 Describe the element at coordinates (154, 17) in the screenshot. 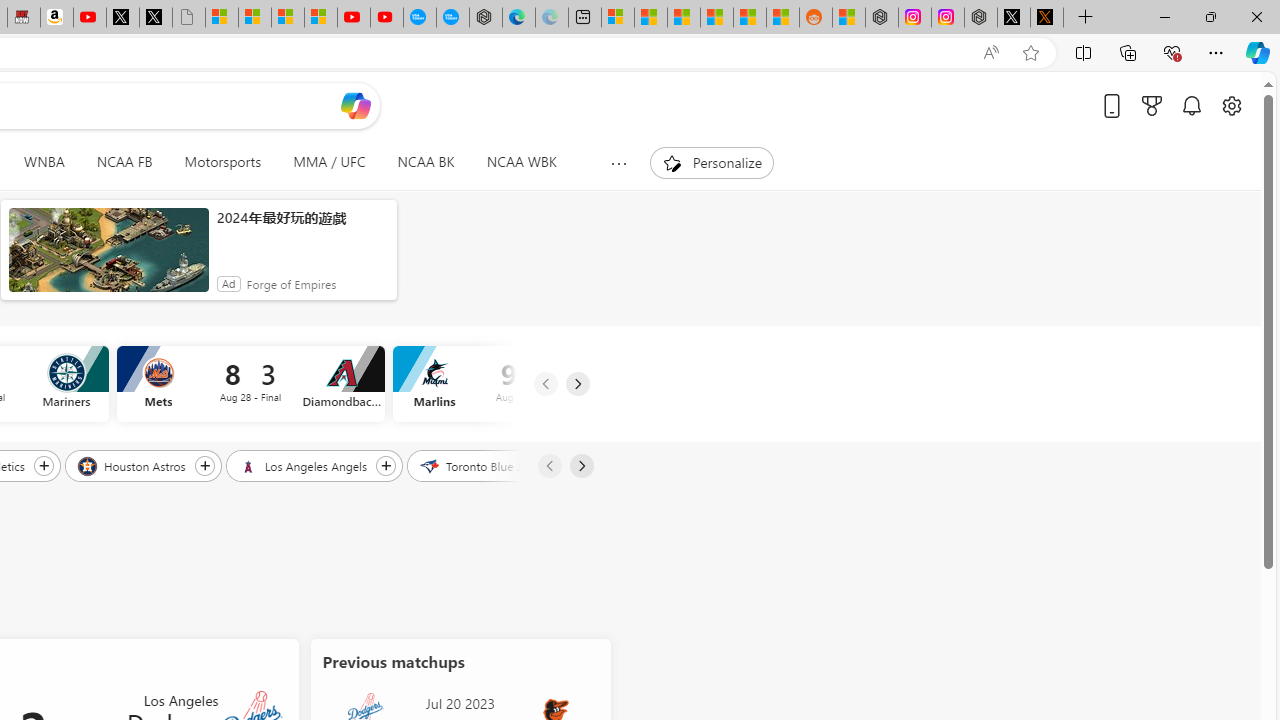

I see `'X'` at that location.